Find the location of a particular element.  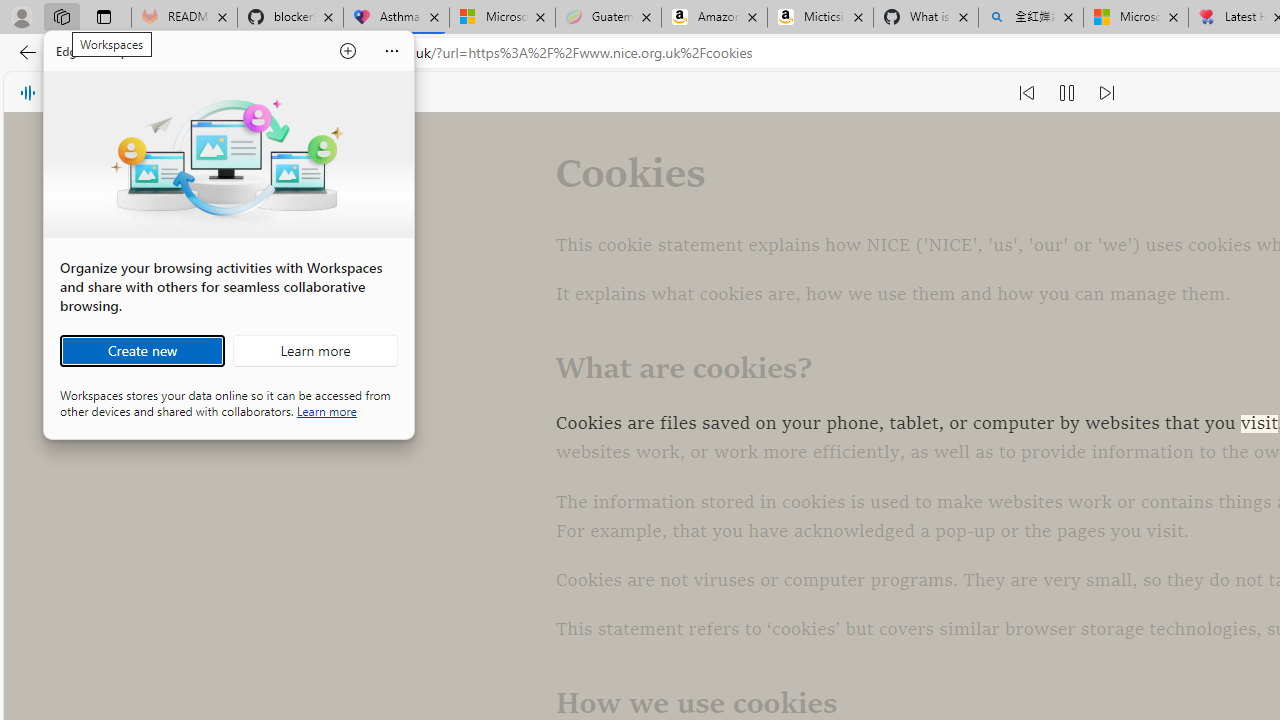

'Create new workspace' is located at coordinates (141, 350).